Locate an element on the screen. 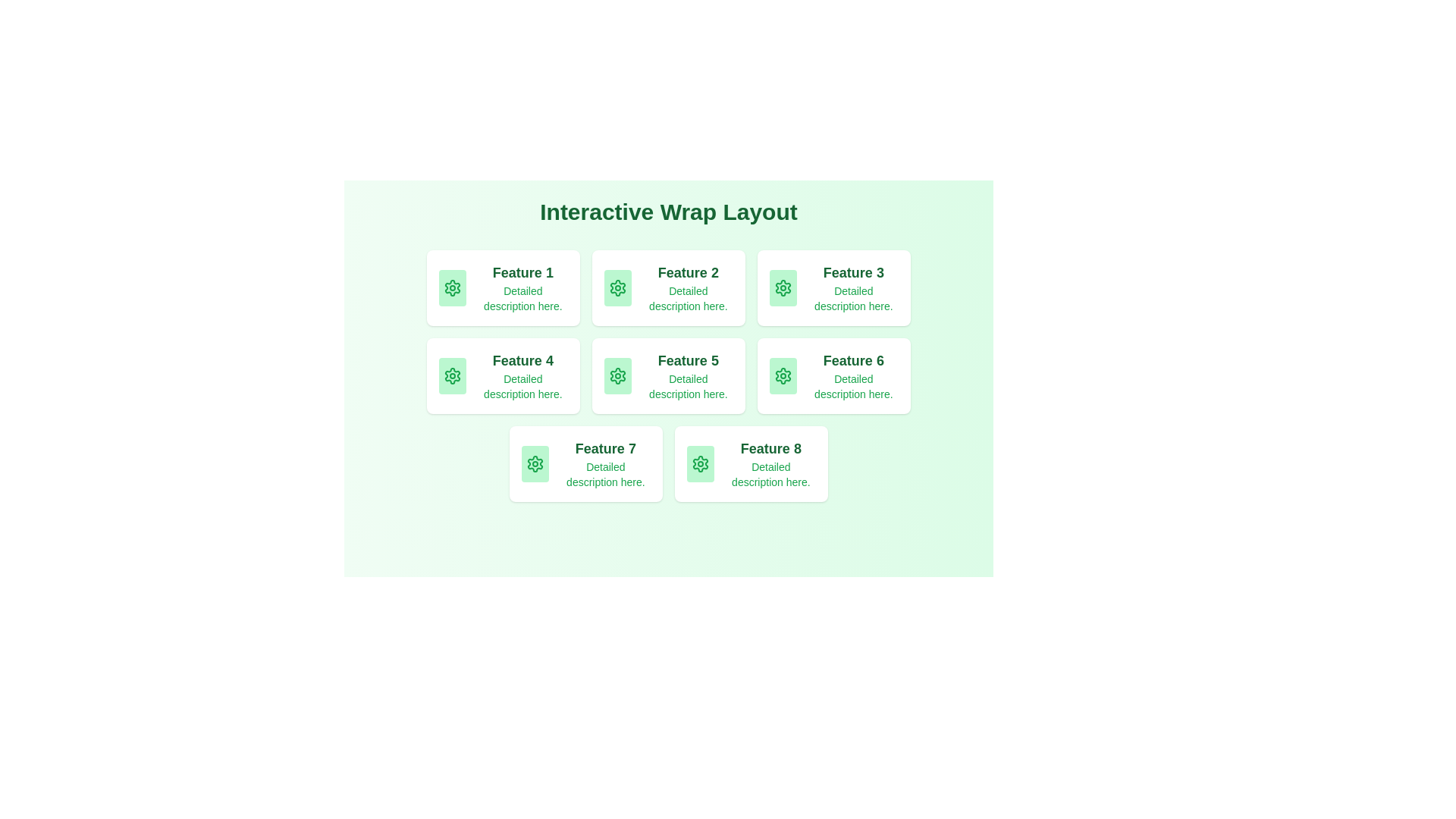 This screenshot has width=1456, height=819. the text block displaying information about 'Feature 8', located in the bottom row of the grid layout as the rightmost card is located at coordinates (770, 463).